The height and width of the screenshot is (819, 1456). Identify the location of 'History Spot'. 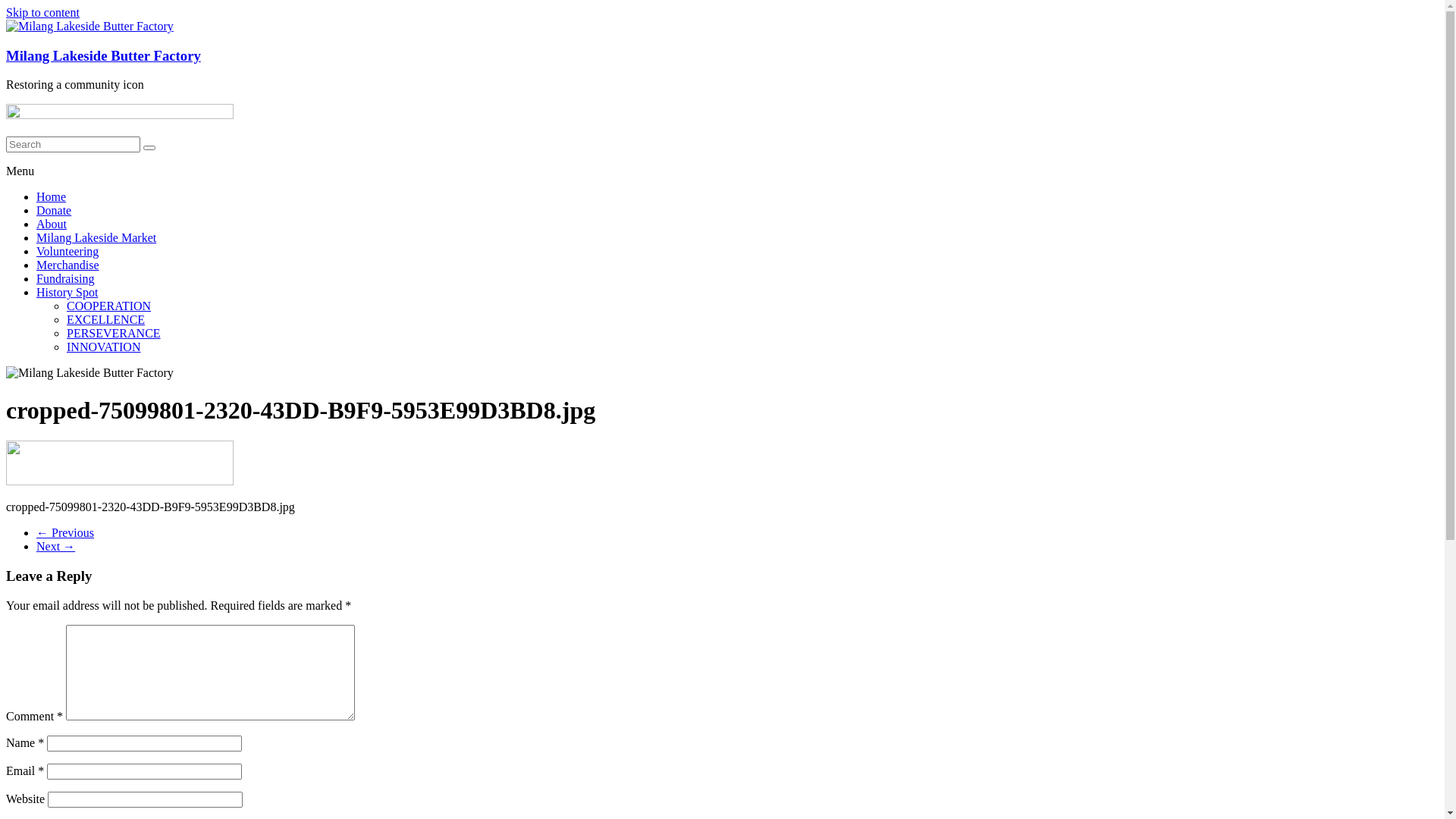
(36, 292).